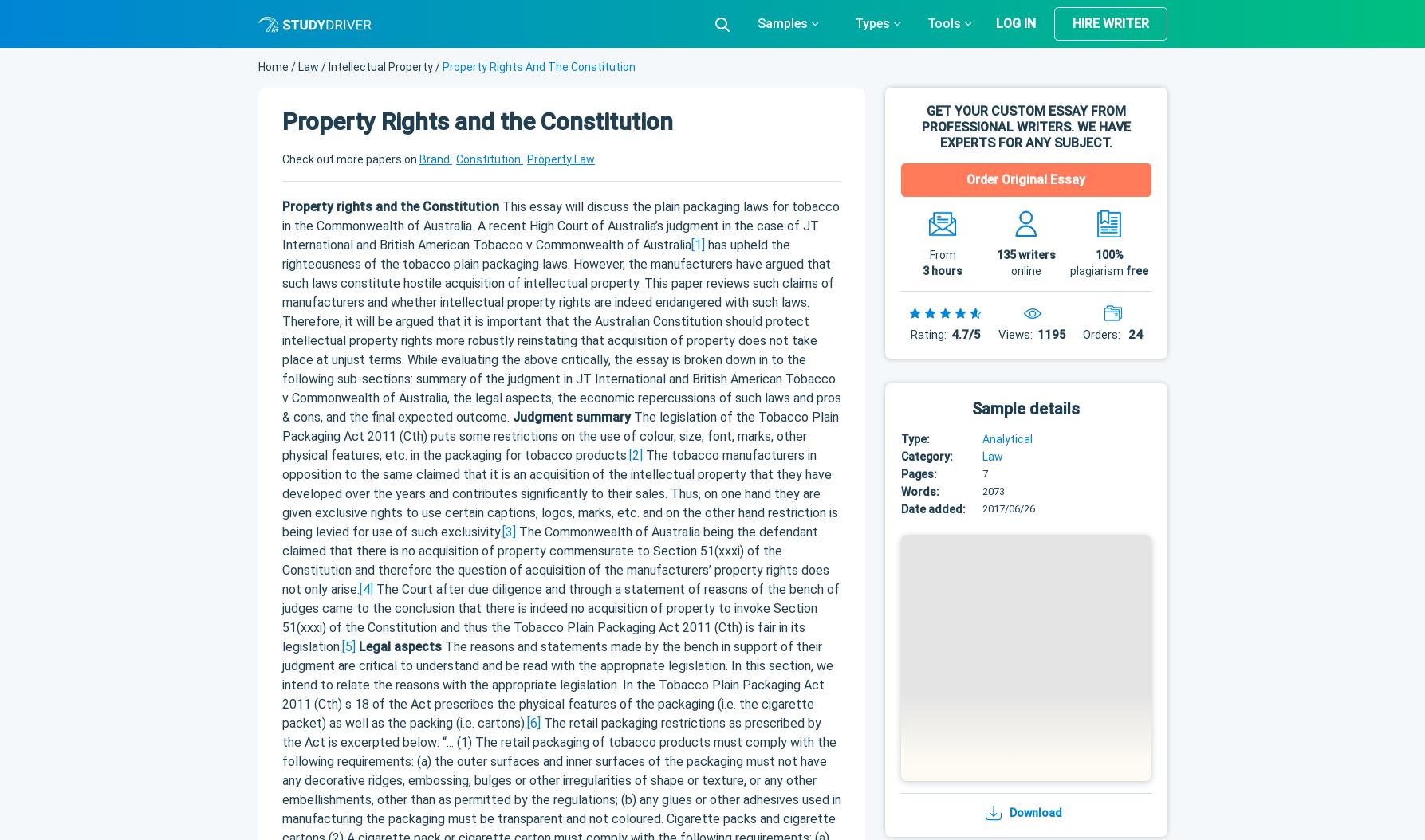 This screenshot has width=1425, height=840. Describe the element at coordinates (1014, 22) in the screenshot. I see `'Log in'` at that location.